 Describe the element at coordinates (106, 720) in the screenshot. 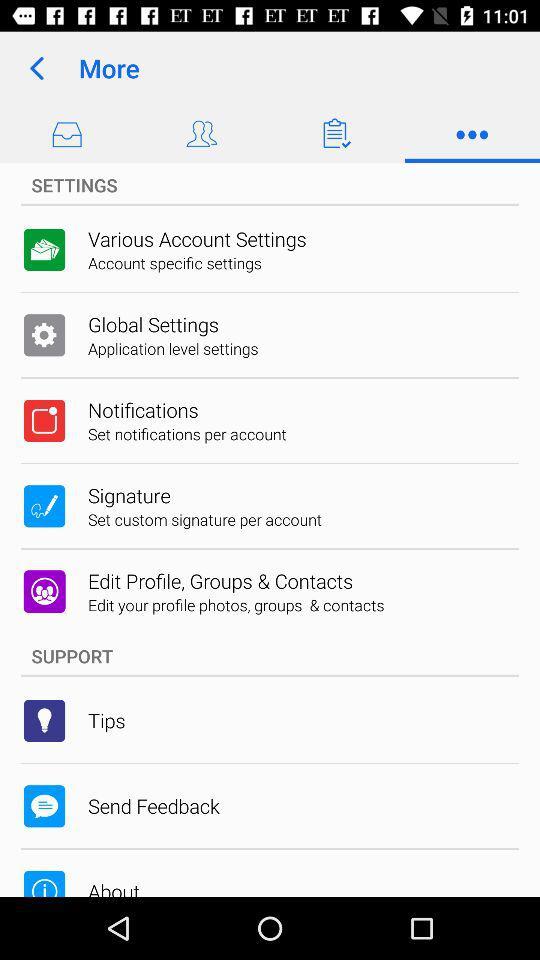

I see `the tips item` at that location.